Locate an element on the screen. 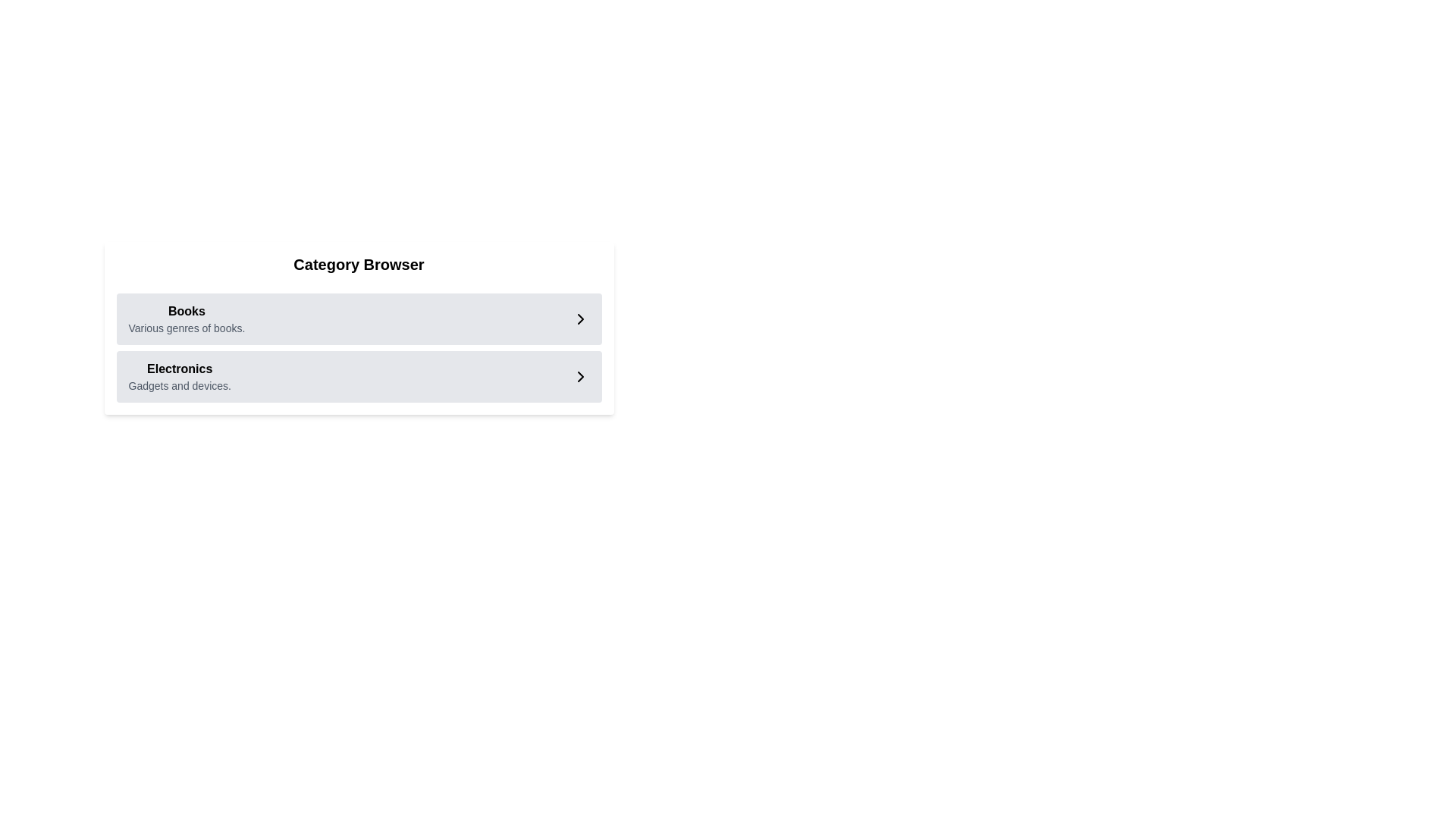 The width and height of the screenshot is (1456, 819). the right-pointing chevron icon, which is styled with a minimalistic design and located to the far right side of the 'Electronics' category item under 'Category Browser' is located at coordinates (579, 376).